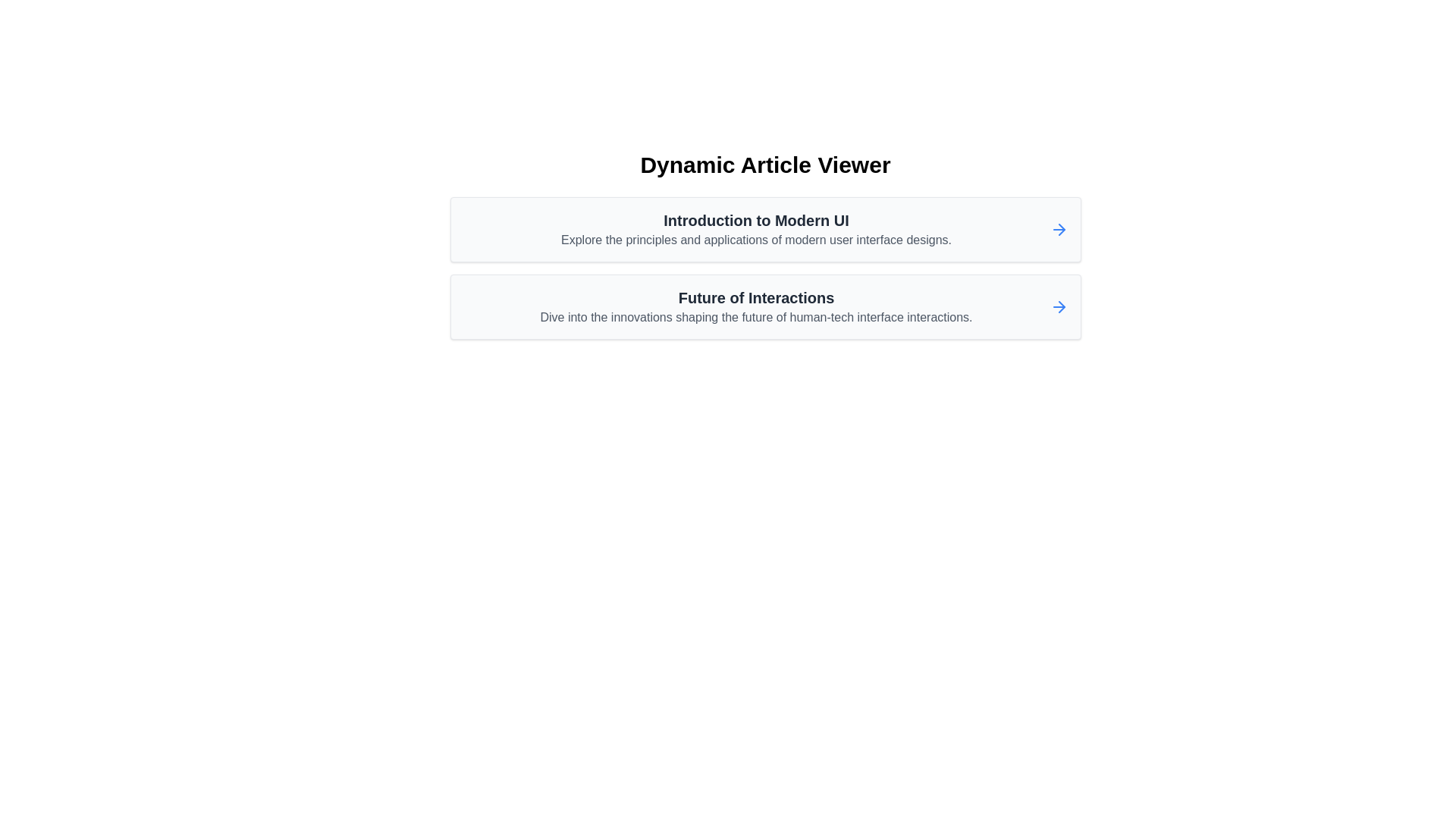  I want to click on the blue right-pointing arrow icon located to the right of the second item in the list, next to the 'Future of Interactions' text, so click(1061, 307).